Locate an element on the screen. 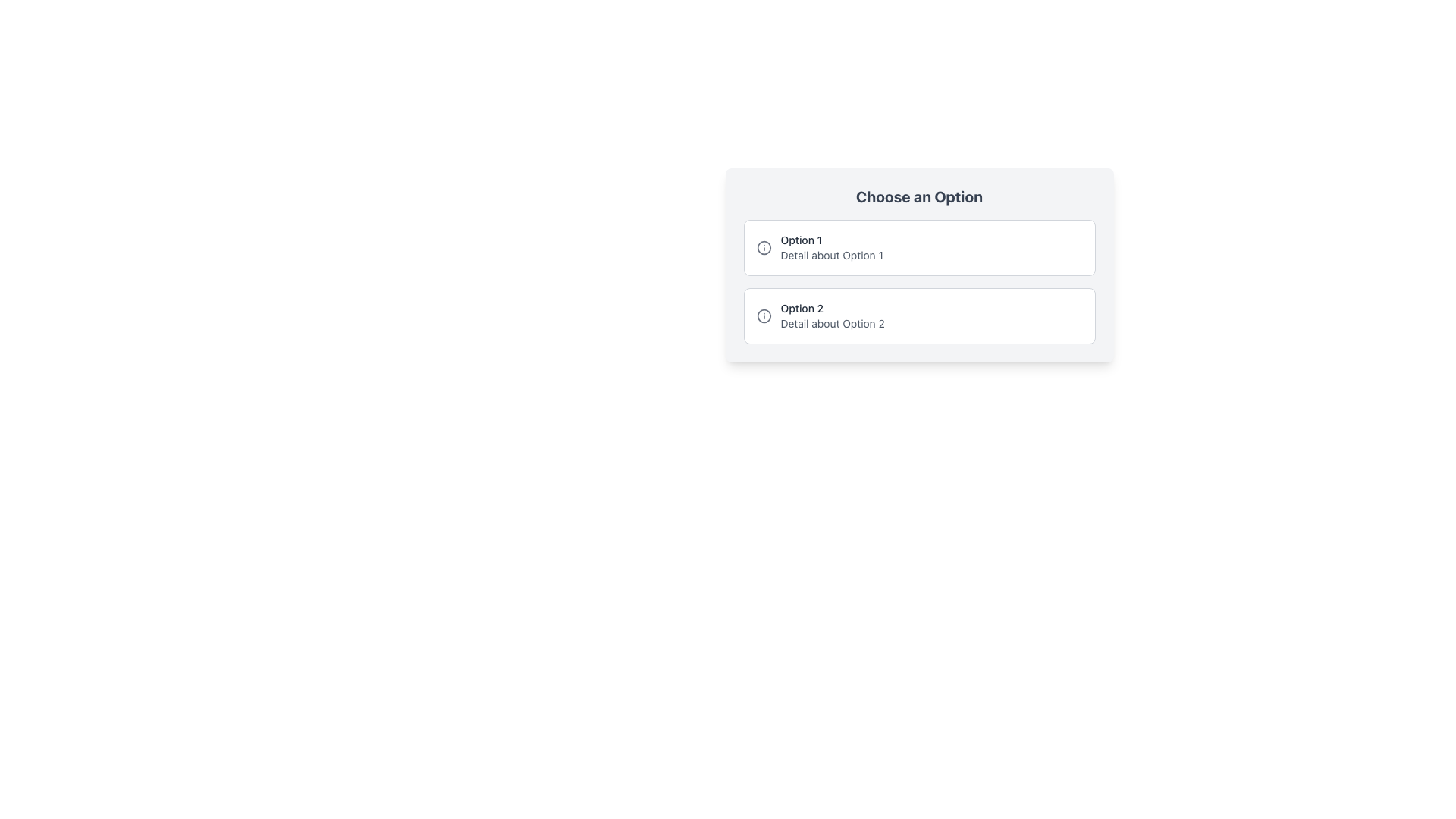 Image resolution: width=1456 pixels, height=819 pixels. the first Interactive List Item labeled 'Option 1' is located at coordinates (918, 247).